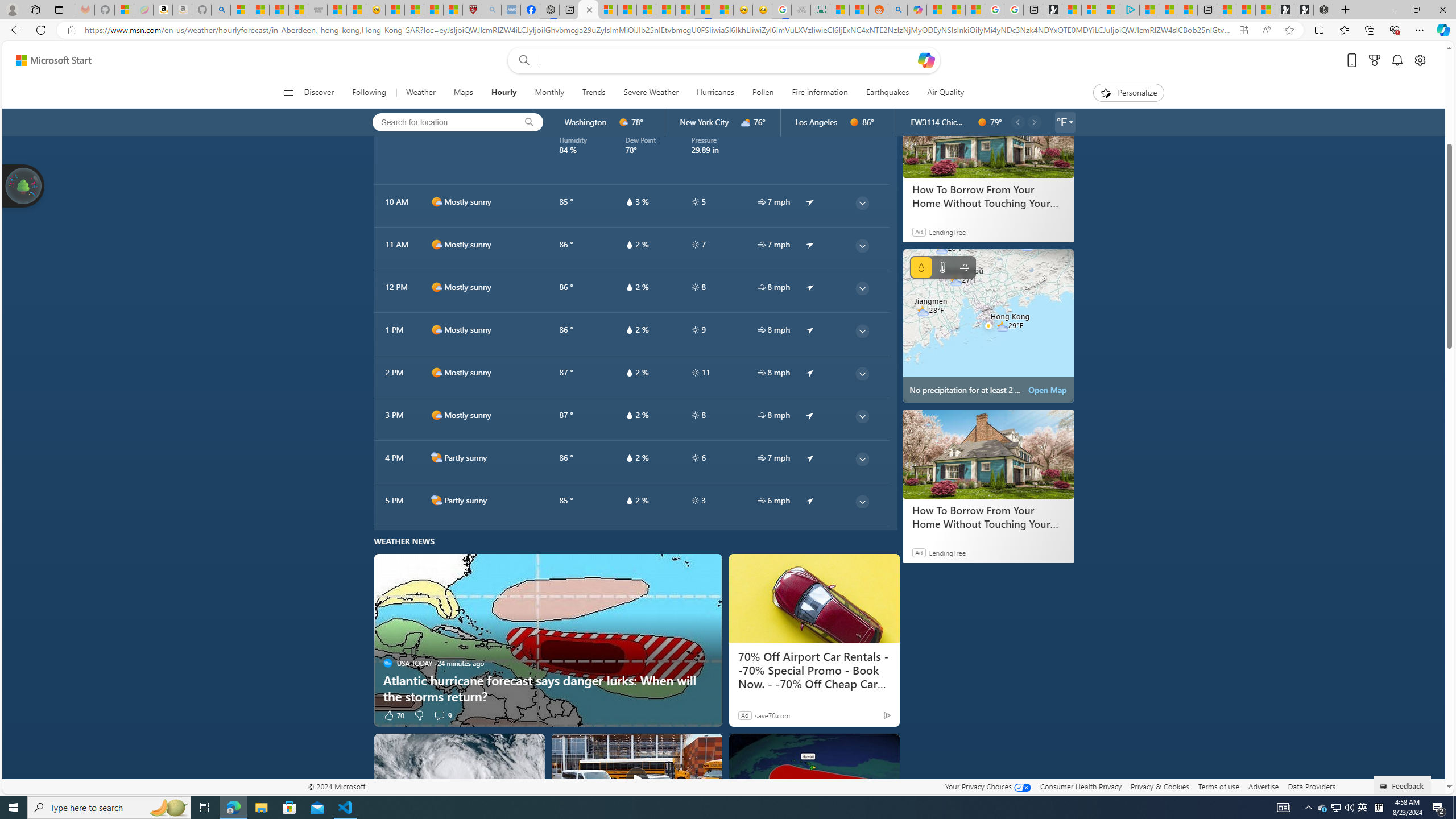 The height and width of the screenshot is (819, 1456). Describe the element at coordinates (981, 122) in the screenshot. I see `'d0000'` at that location.